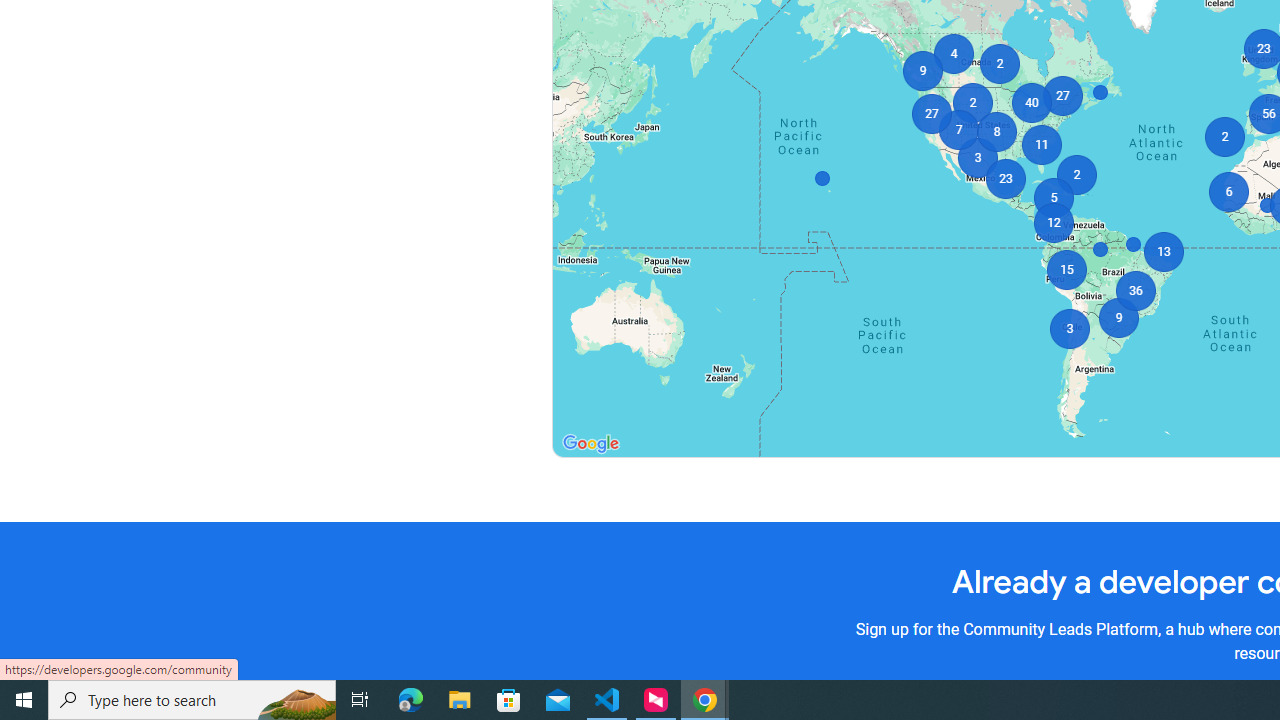 The height and width of the screenshot is (720, 1280). Describe the element at coordinates (1052, 223) in the screenshot. I see `'12'` at that location.